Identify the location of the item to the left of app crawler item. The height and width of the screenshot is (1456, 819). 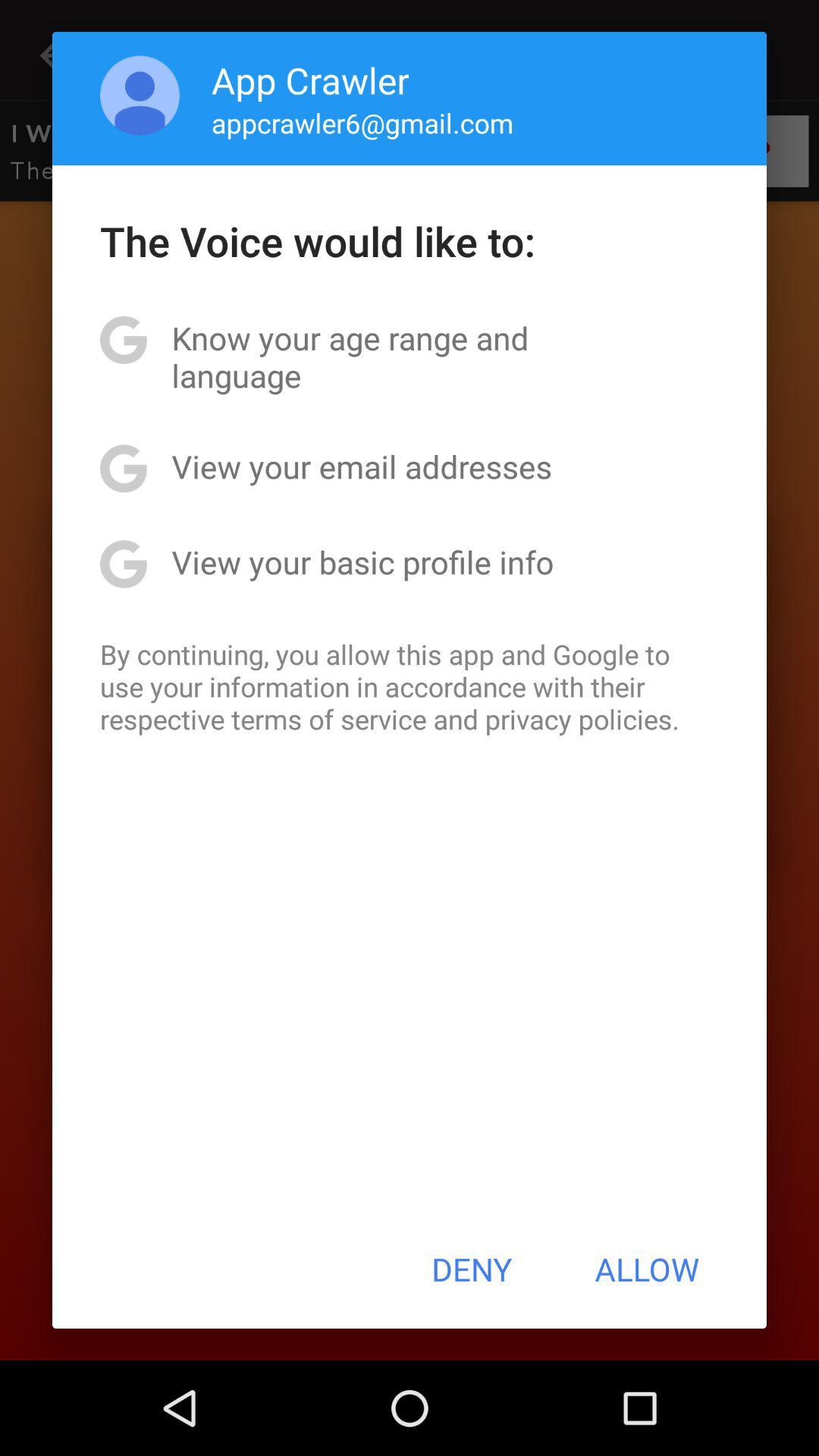
(140, 94).